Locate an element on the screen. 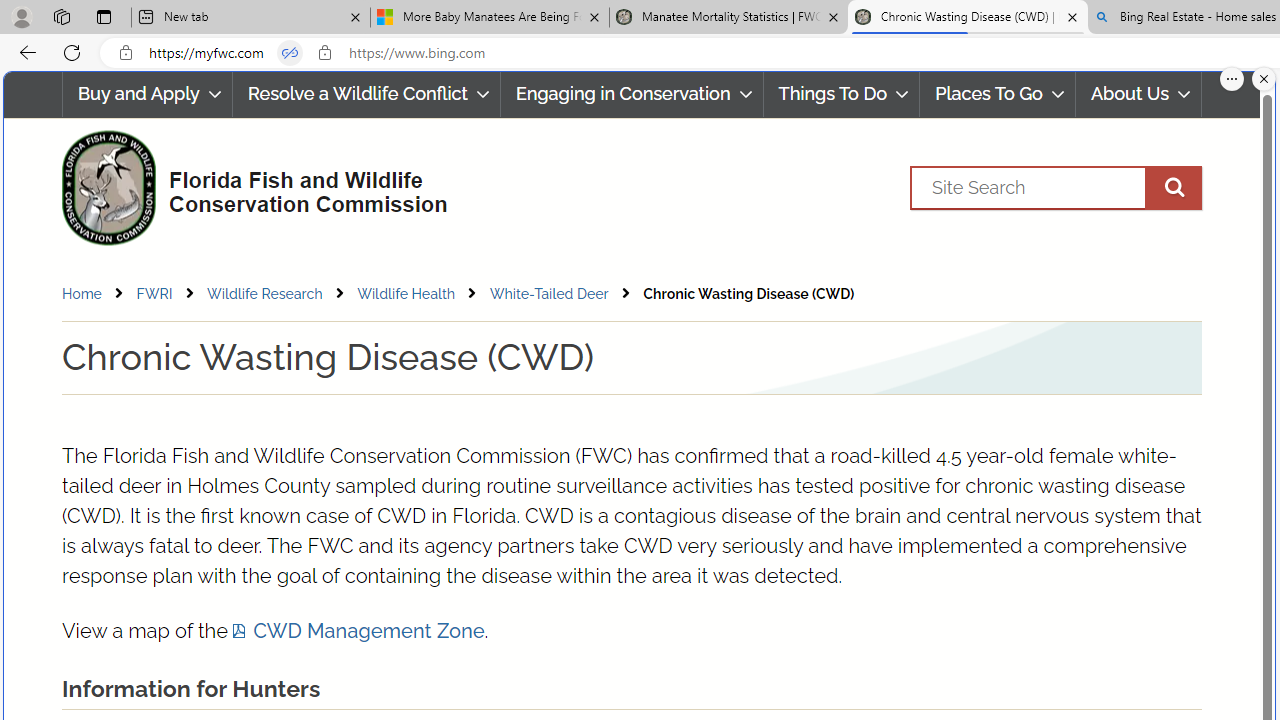 This screenshot has width=1280, height=720. 'Wildlife Health' is located at coordinates (420, 293).